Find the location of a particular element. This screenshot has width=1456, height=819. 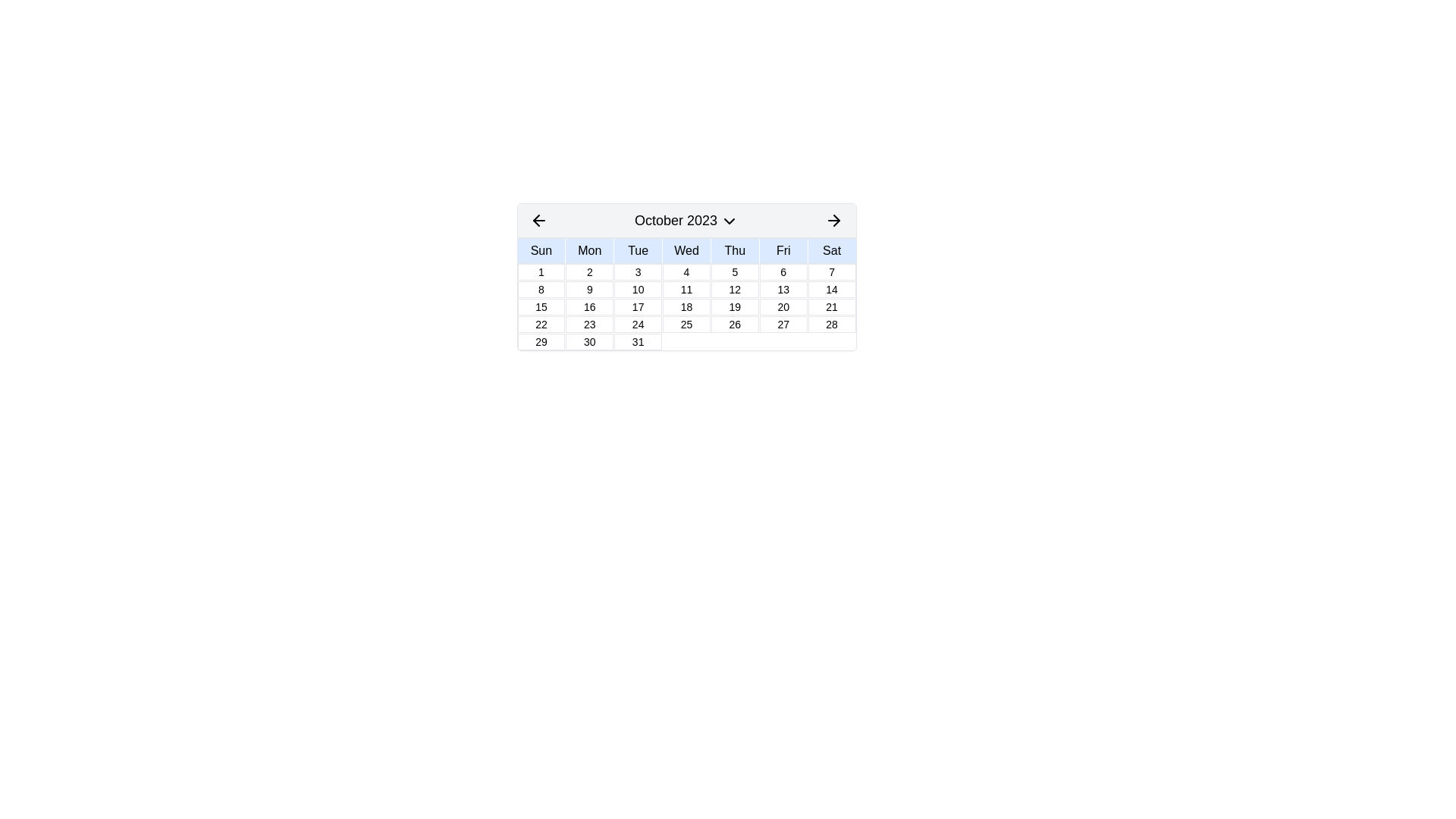

the calendar date tile representing the third day of the month, located is located at coordinates (638, 271).